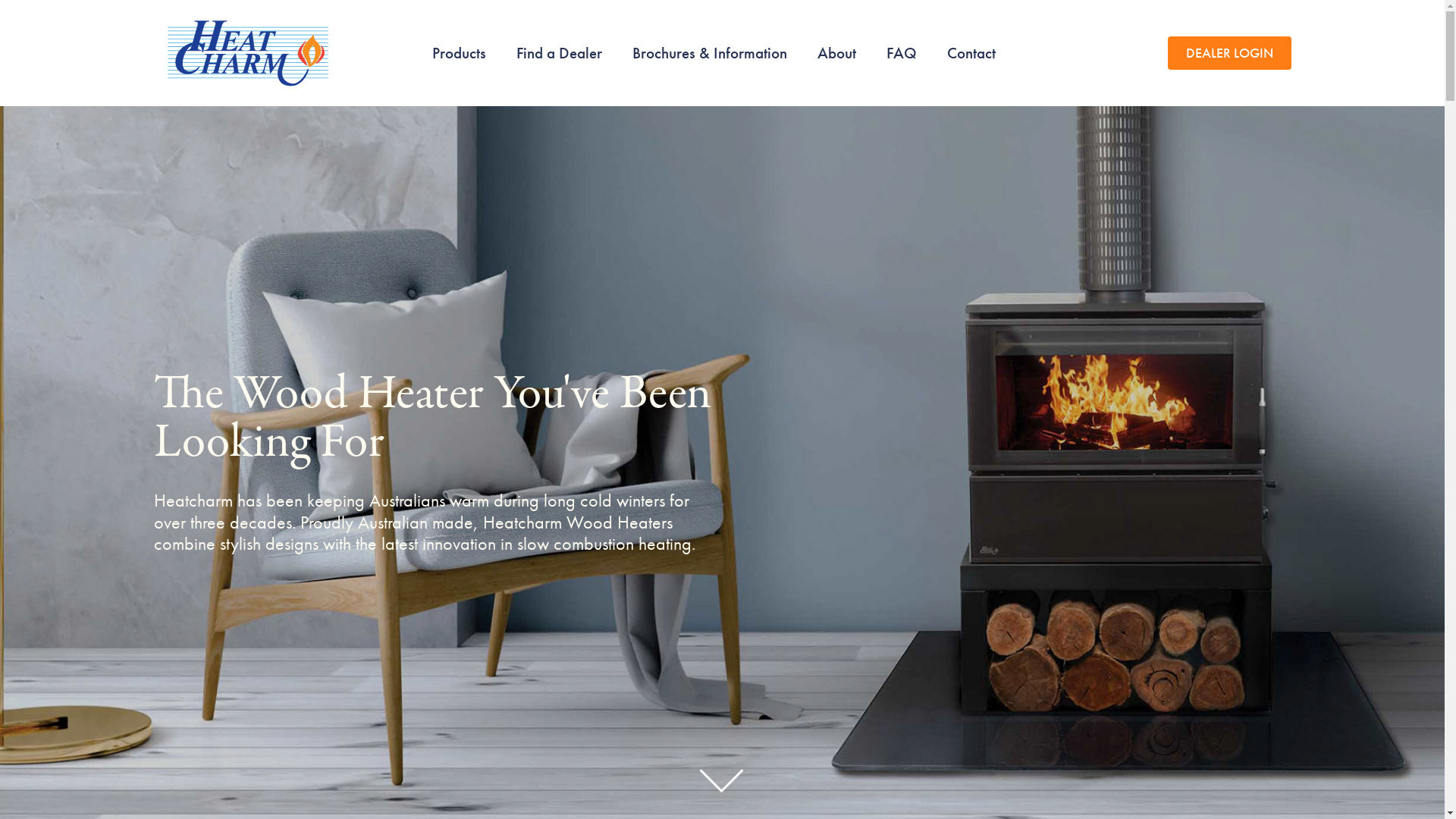  Describe the element at coordinates (557, 52) in the screenshot. I see `'Find a Dealer'` at that location.